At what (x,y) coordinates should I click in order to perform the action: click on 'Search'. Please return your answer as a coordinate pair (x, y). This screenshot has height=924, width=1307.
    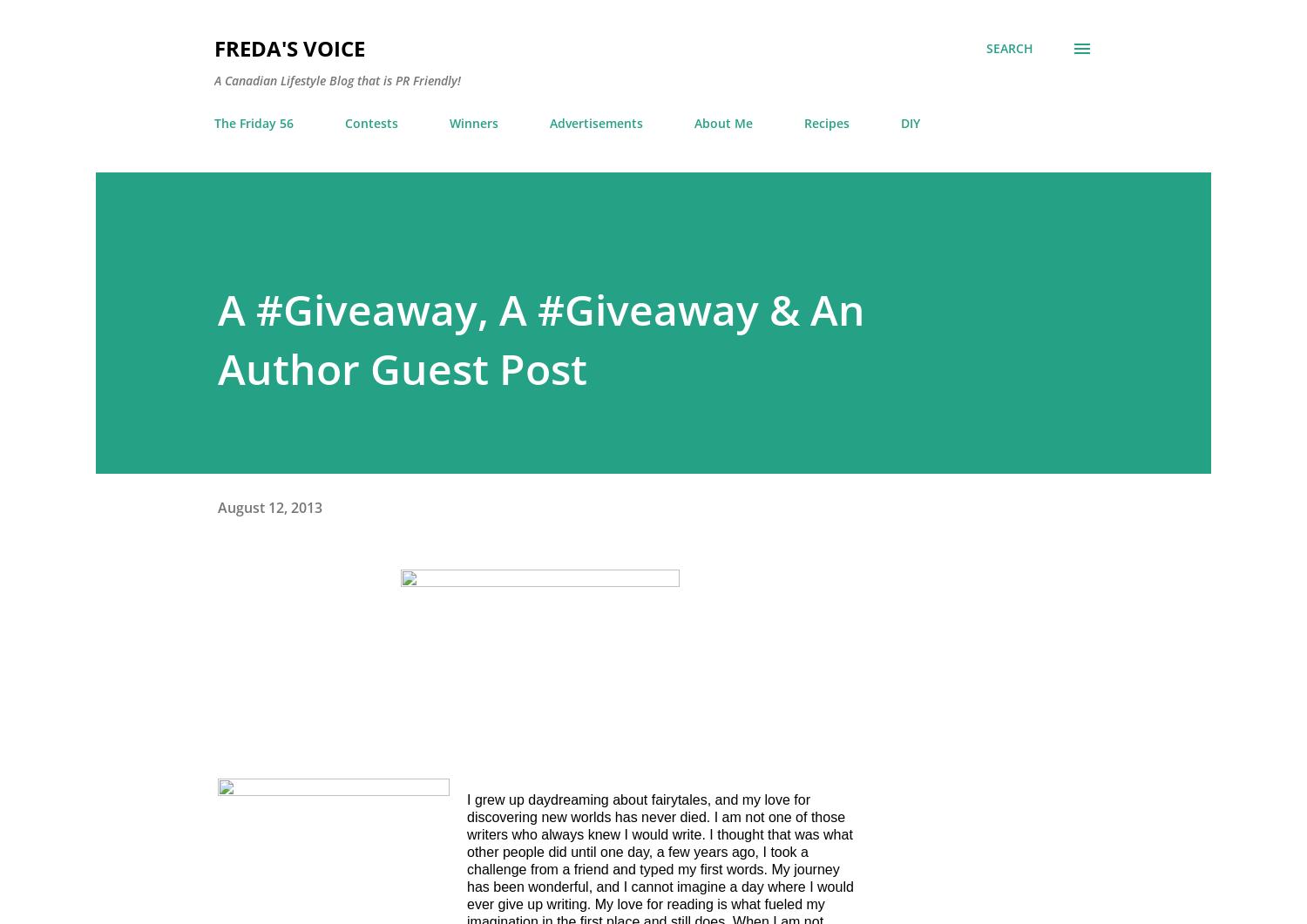
    Looking at the image, I should click on (1010, 48).